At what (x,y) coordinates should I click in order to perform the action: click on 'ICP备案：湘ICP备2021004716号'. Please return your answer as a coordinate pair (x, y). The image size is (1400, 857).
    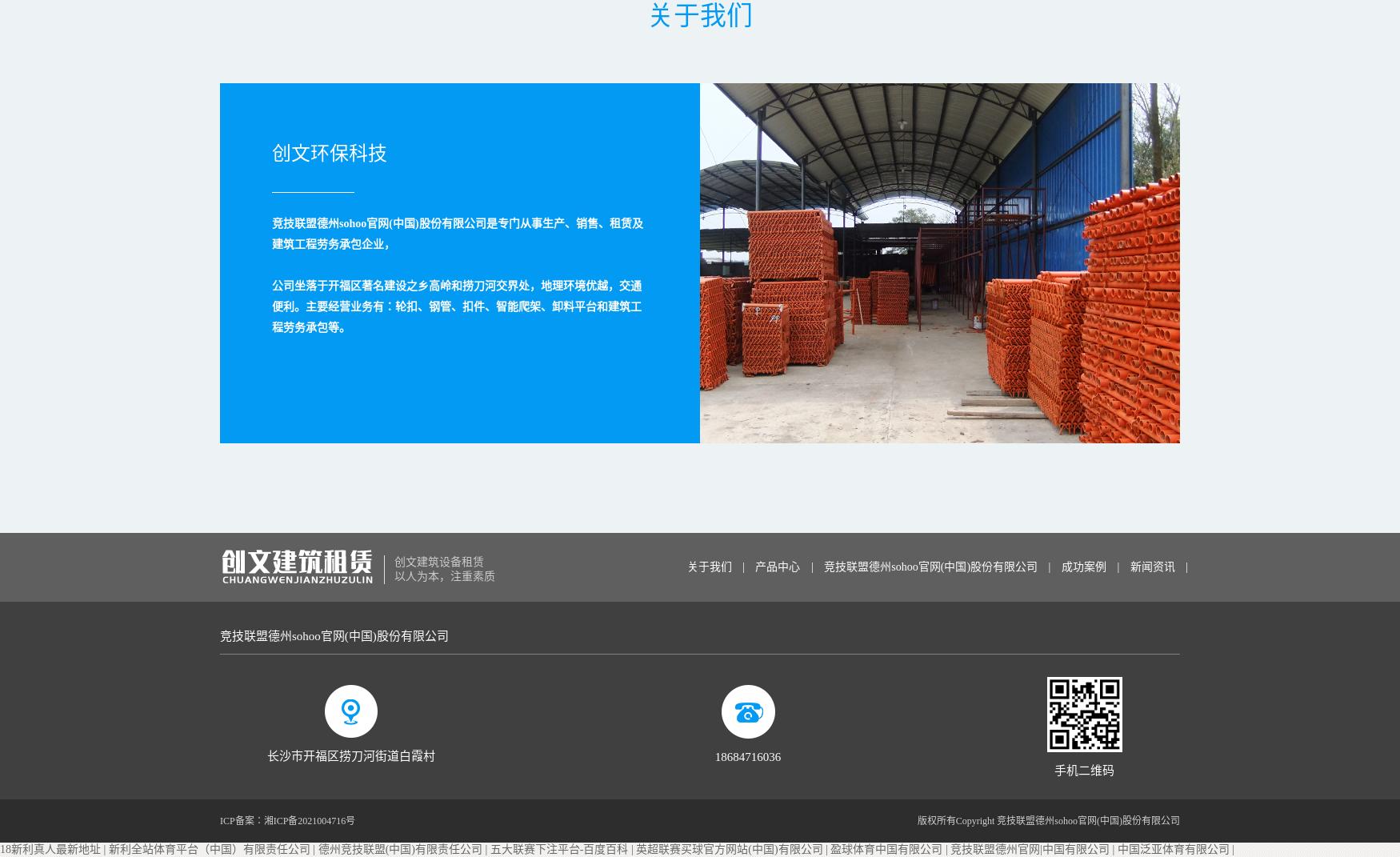
    Looking at the image, I should click on (287, 821).